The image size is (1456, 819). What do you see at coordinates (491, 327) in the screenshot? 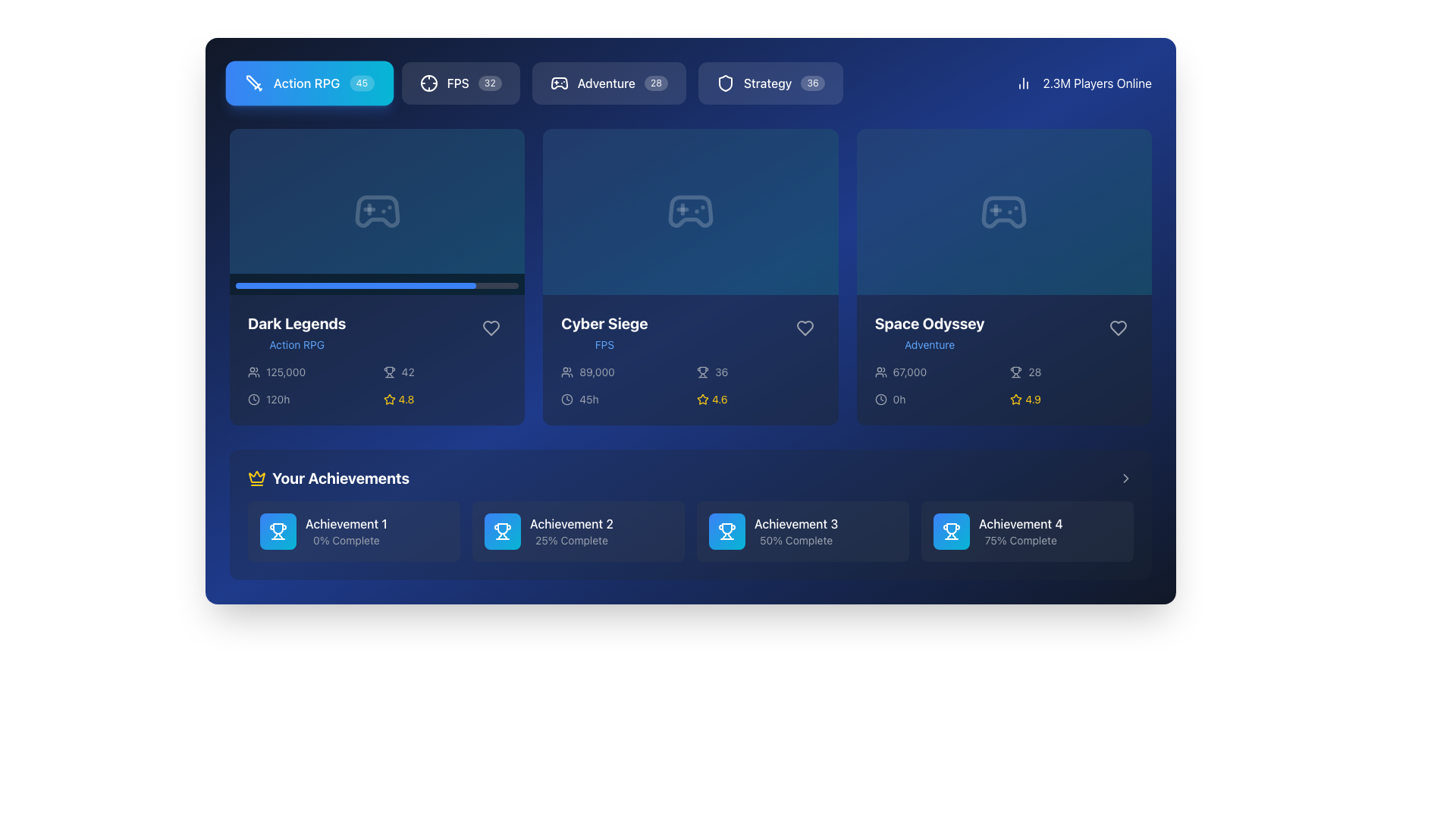
I see `the heart-shaped icon filled with blue color, located in the top-right corner of the 'Dark Legends' card` at bounding box center [491, 327].